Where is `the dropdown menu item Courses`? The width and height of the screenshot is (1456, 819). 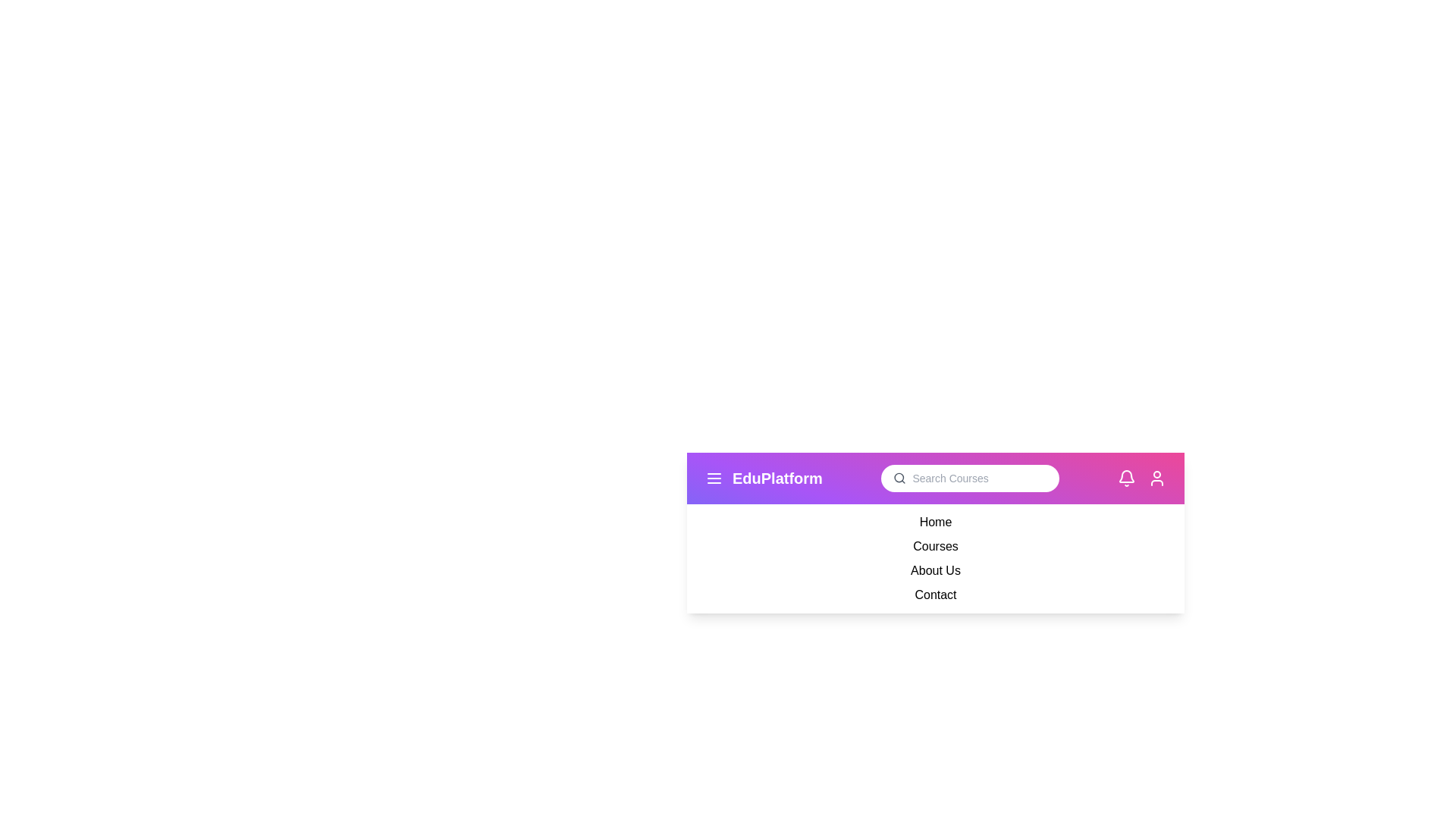 the dropdown menu item Courses is located at coordinates (934, 547).